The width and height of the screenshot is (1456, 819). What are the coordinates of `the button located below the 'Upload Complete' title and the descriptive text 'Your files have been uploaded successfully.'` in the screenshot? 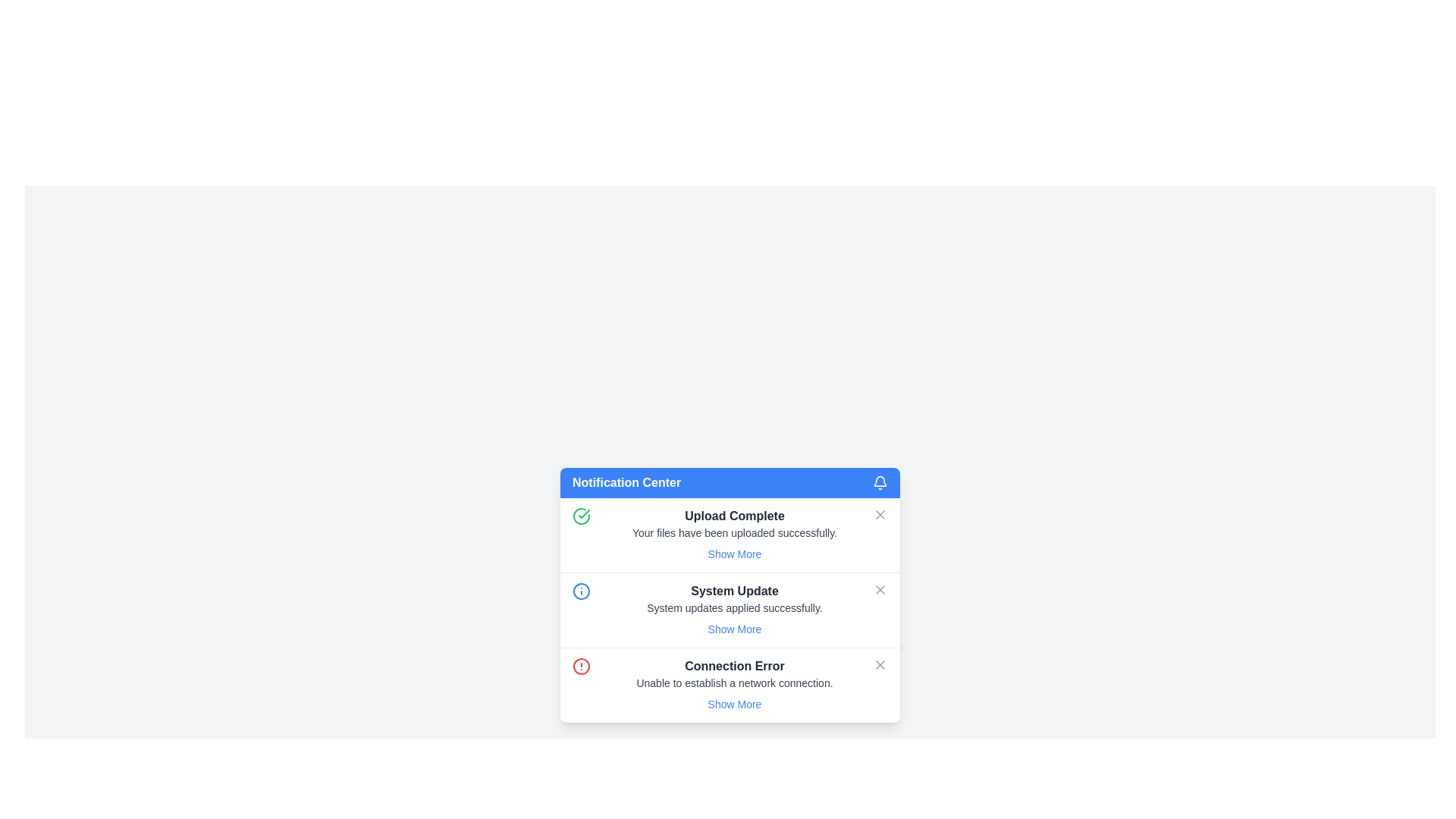 It's located at (735, 554).